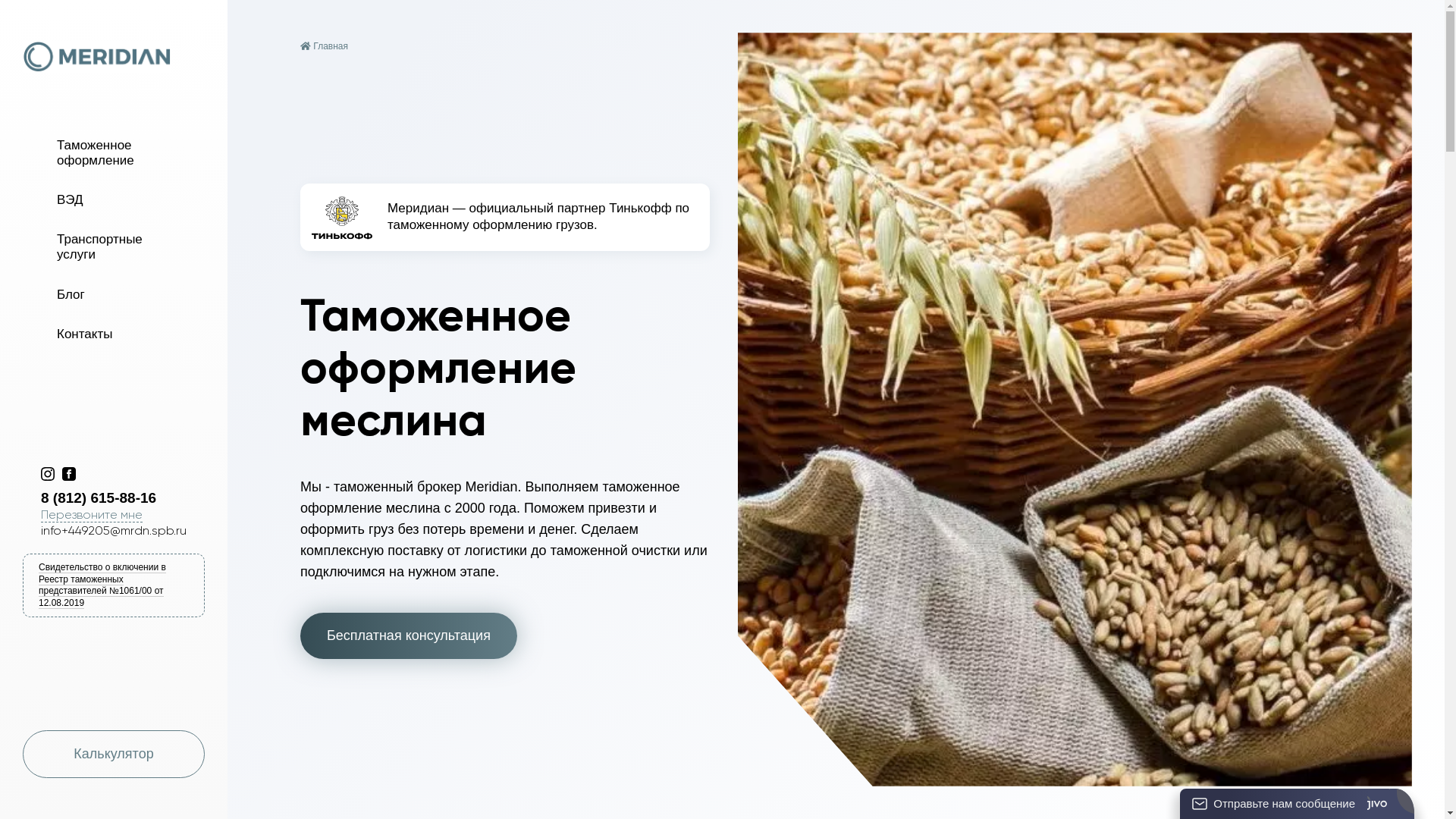 This screenshot has width=1456, height=819. What do you see at coordinates (123, 497) in the screenshot?
I see `'8 (812) 615-88-16'` at bounding box center [123, 497].